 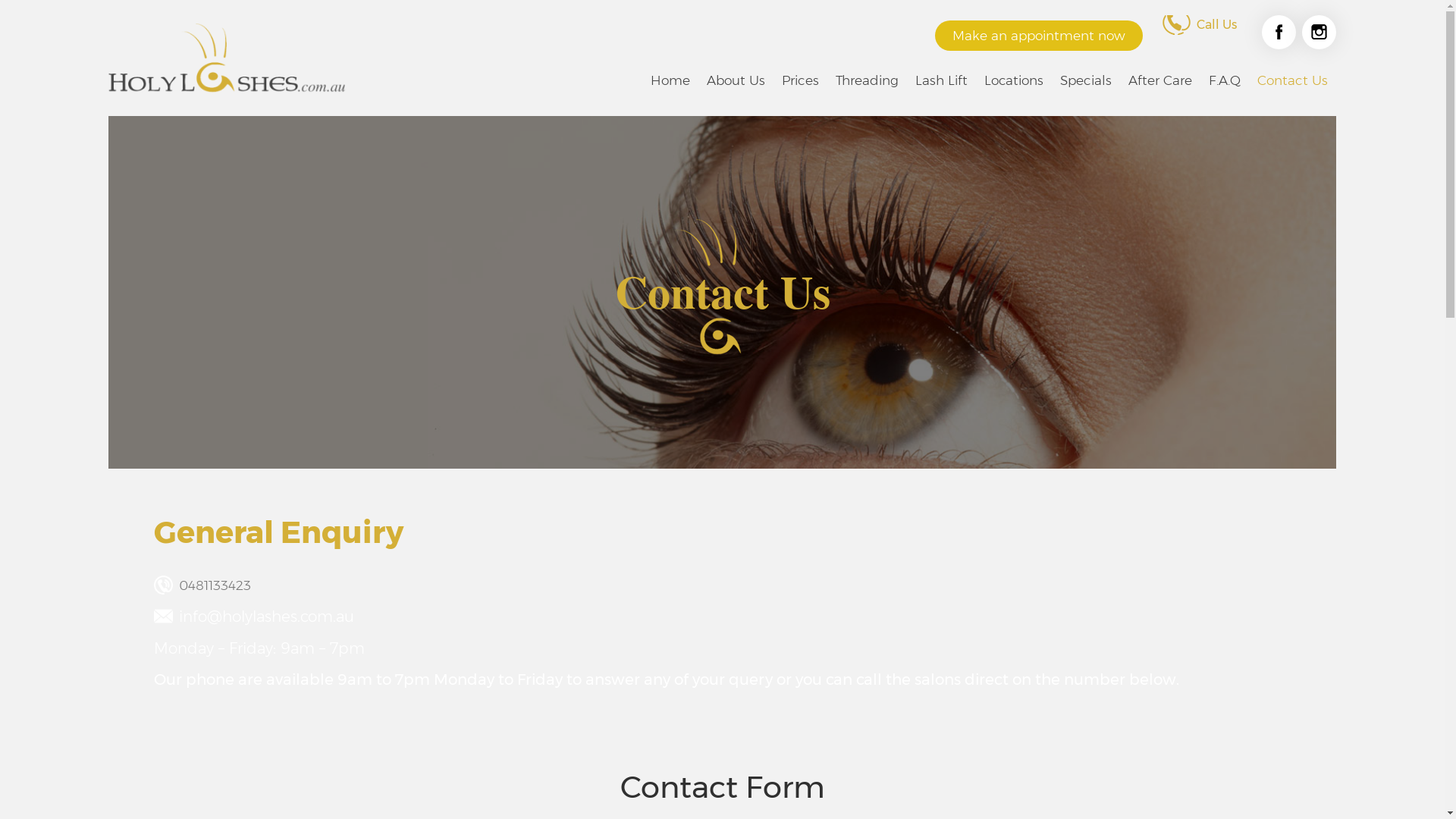 I want to click on 'info@holylashes.com.au', so click(x=266, y=617).